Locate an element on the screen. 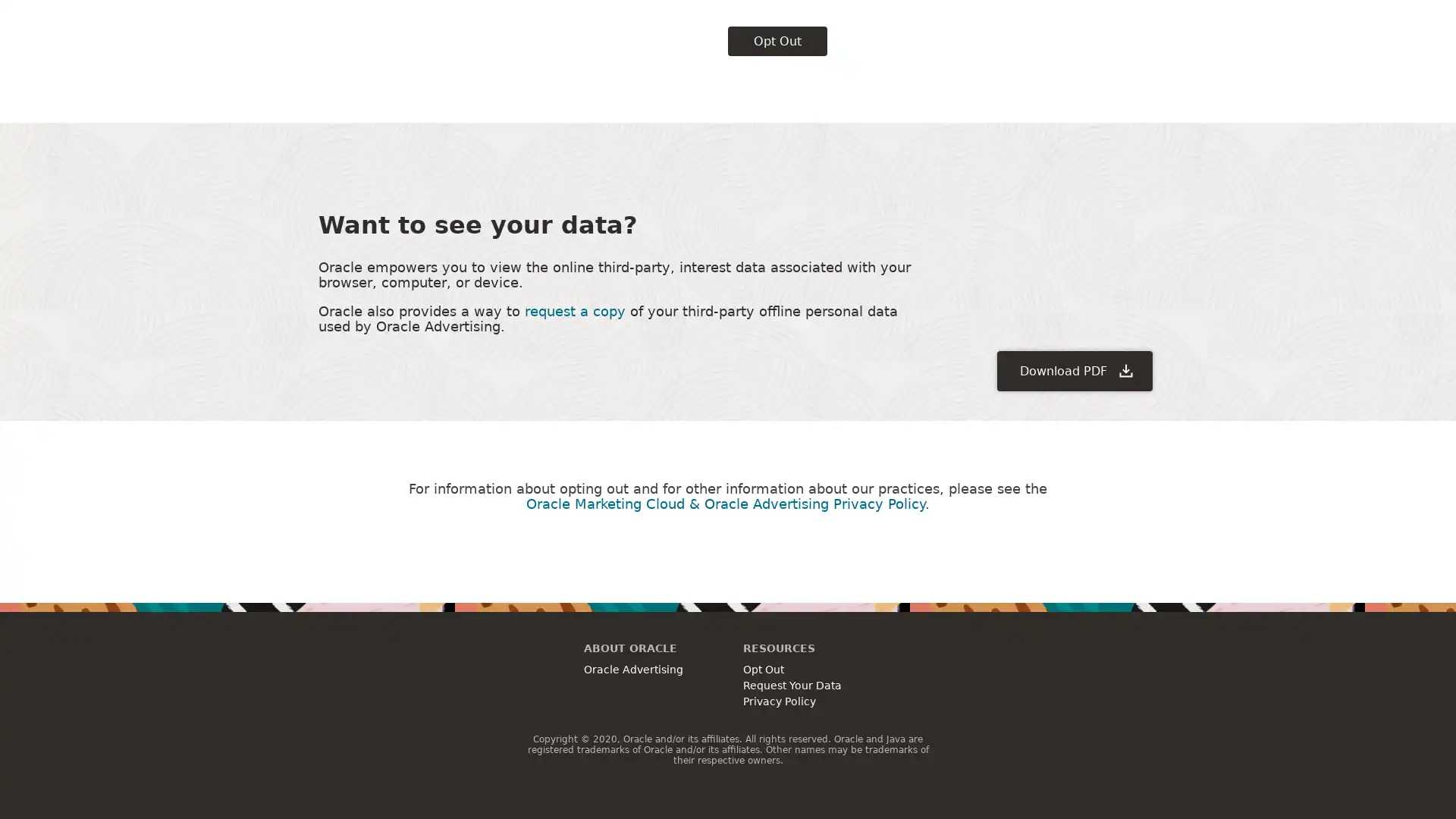 The image size is (1456, 819). Download PDF is located at coordinates (1074, 257).